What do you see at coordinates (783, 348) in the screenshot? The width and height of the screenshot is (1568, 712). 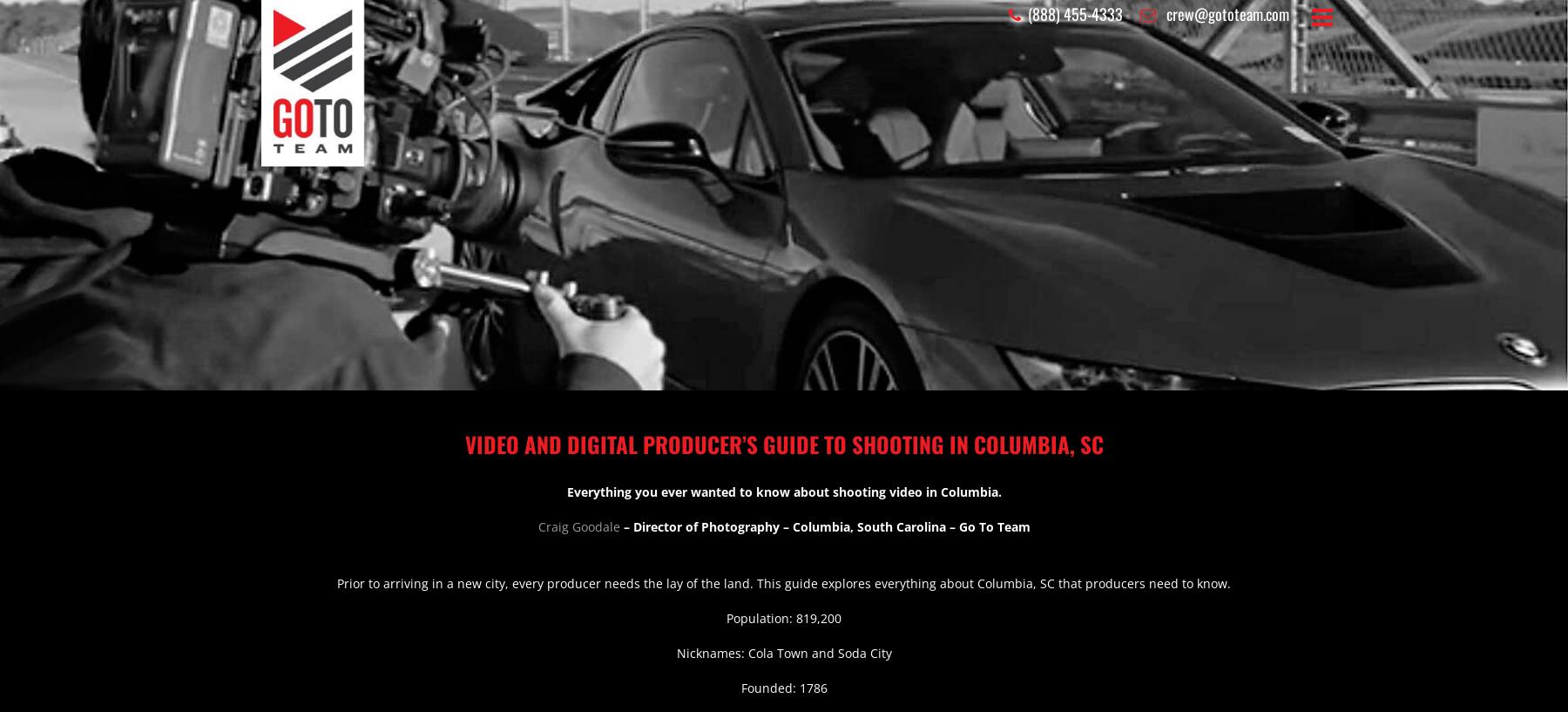 I see `'Meet Our Crews'` at bounding box center [783, 348].